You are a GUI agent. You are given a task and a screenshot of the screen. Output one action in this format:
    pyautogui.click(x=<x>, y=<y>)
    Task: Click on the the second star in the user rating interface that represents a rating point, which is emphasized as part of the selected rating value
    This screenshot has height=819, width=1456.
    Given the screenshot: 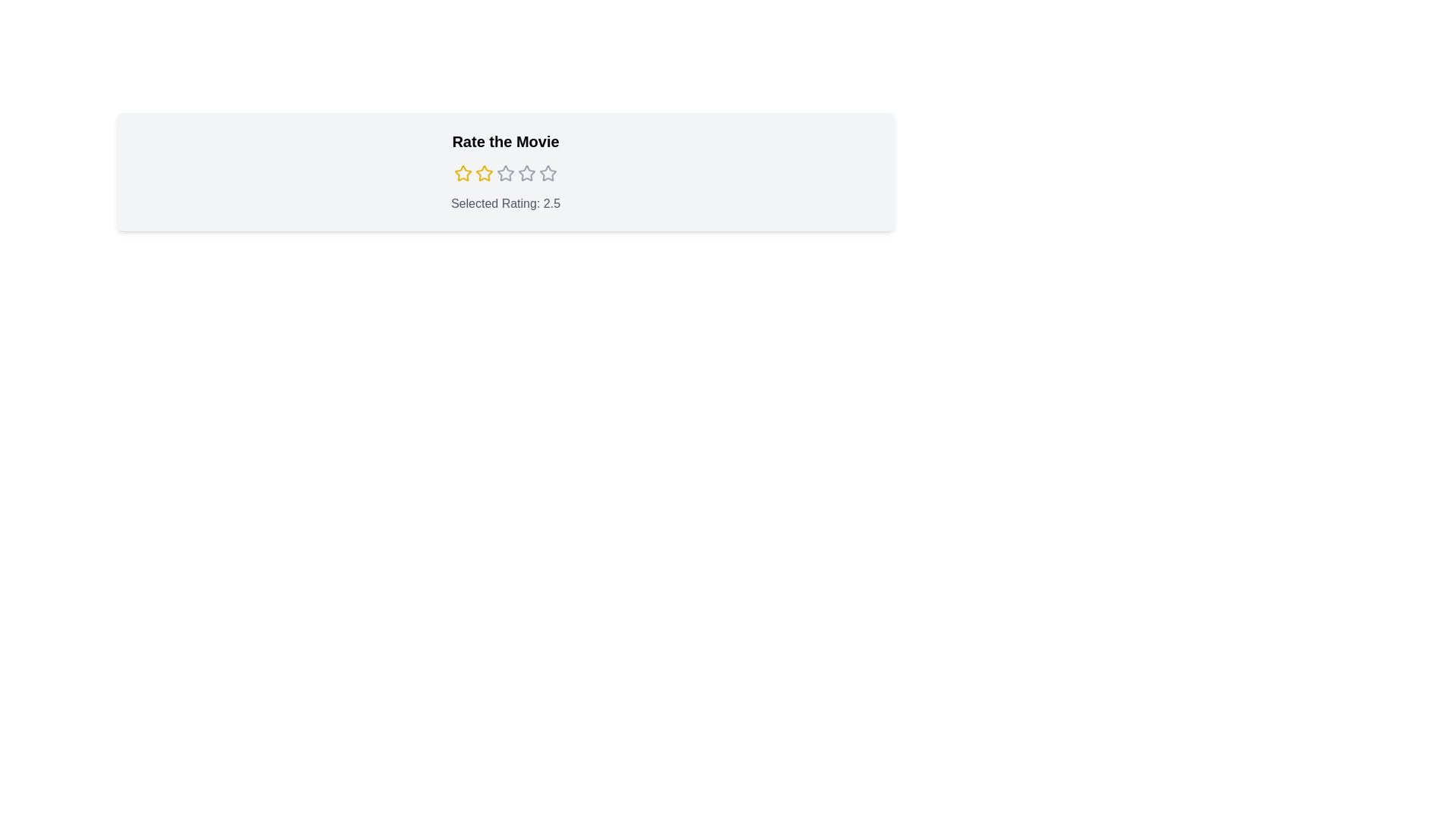 What is the action you would take?
    pyautogui.click(x=483, y=172)
    